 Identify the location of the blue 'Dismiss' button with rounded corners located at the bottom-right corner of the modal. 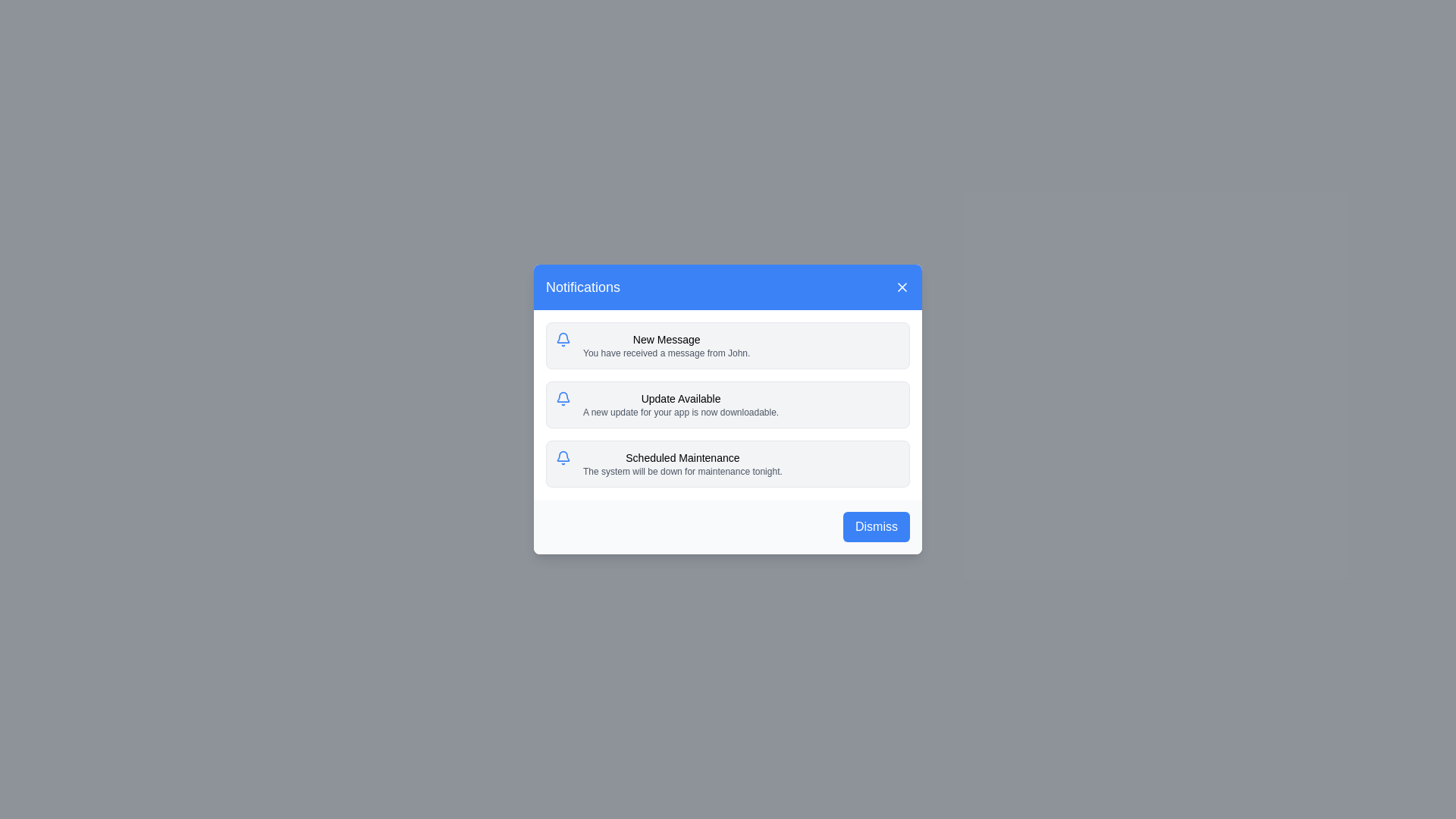
(877, 526).